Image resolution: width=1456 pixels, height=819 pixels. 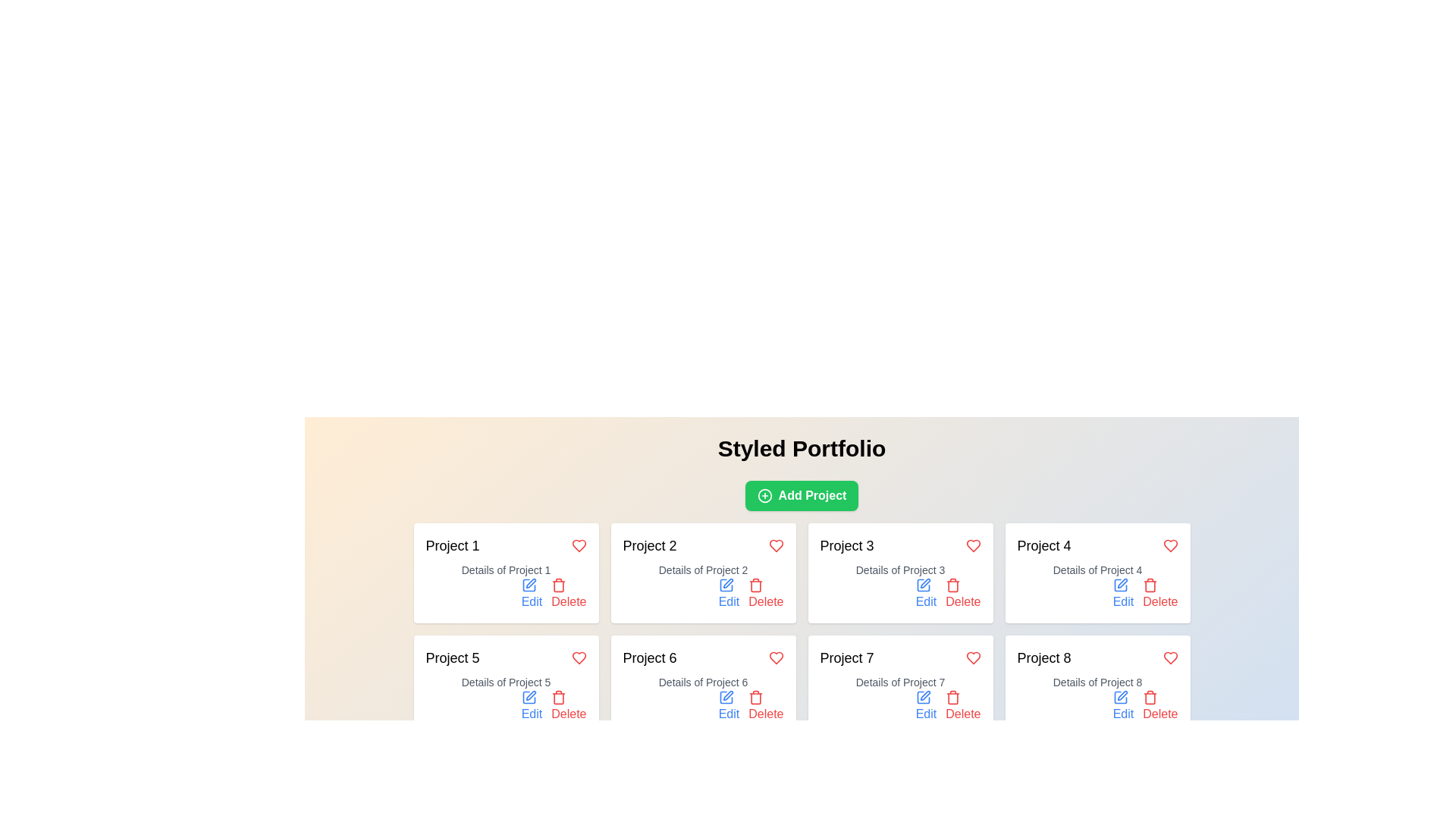 I want to click on the 'Delete' button associated with 'Project 4', which features a red trash can icon, so click(x=1150, y=585).